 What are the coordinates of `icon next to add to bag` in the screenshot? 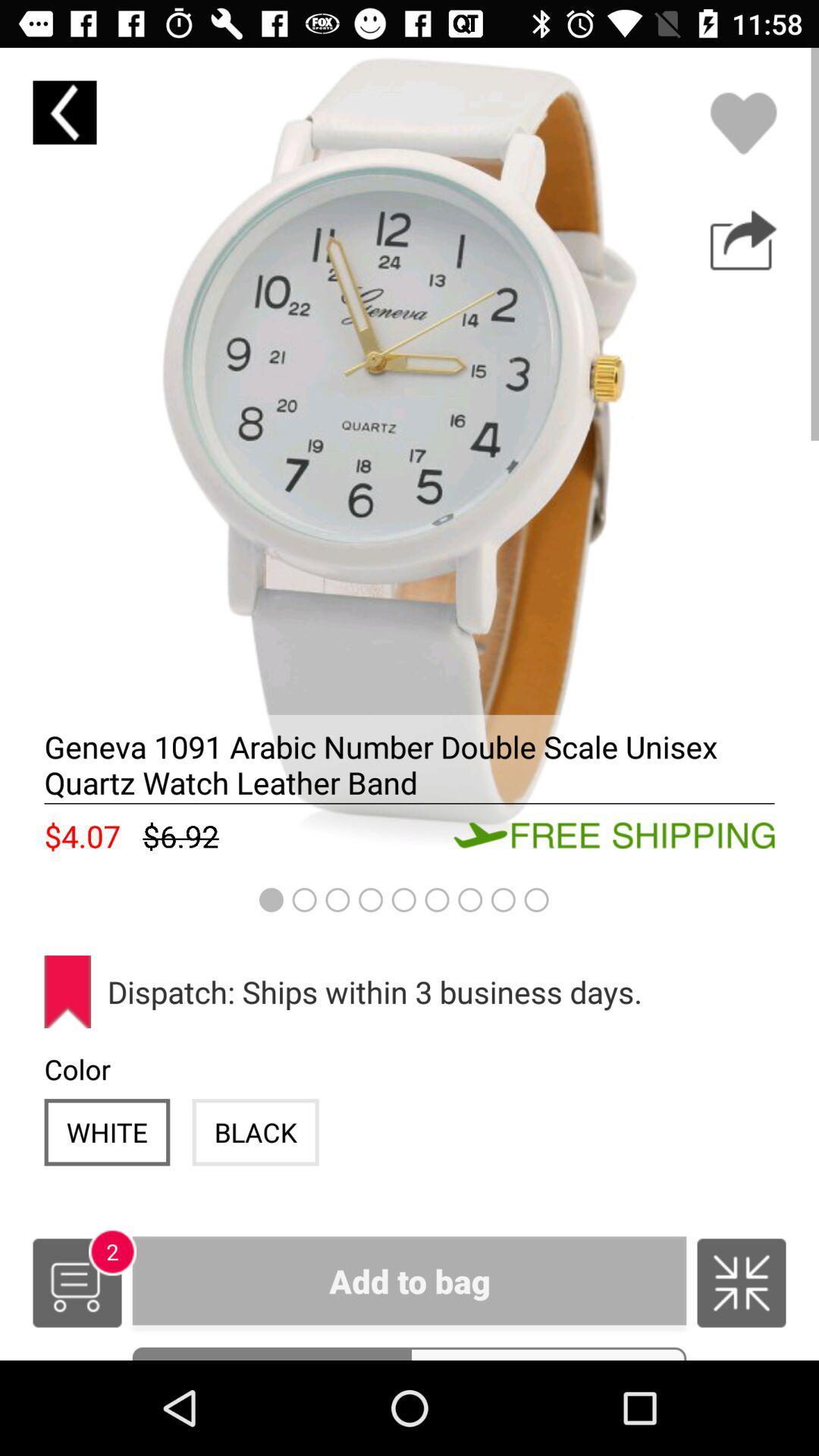 It's located at (77, 1282).